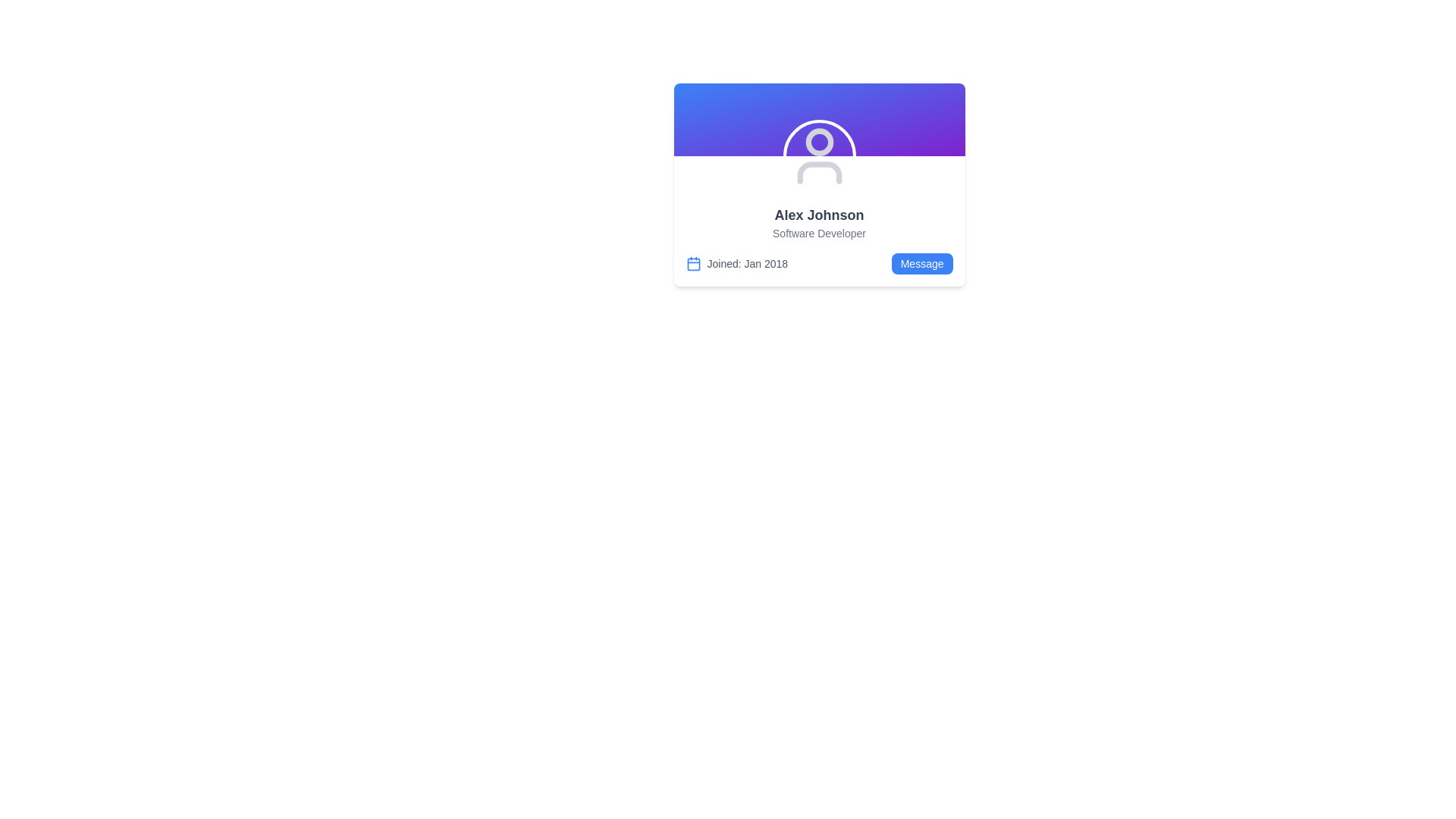 This screenshot has width=1456, height=819. Describe the element at coordinates (818, 155) in the screenshot. I see `the user's profile avatar display area, which is located at the vertical center of the card` at that location.